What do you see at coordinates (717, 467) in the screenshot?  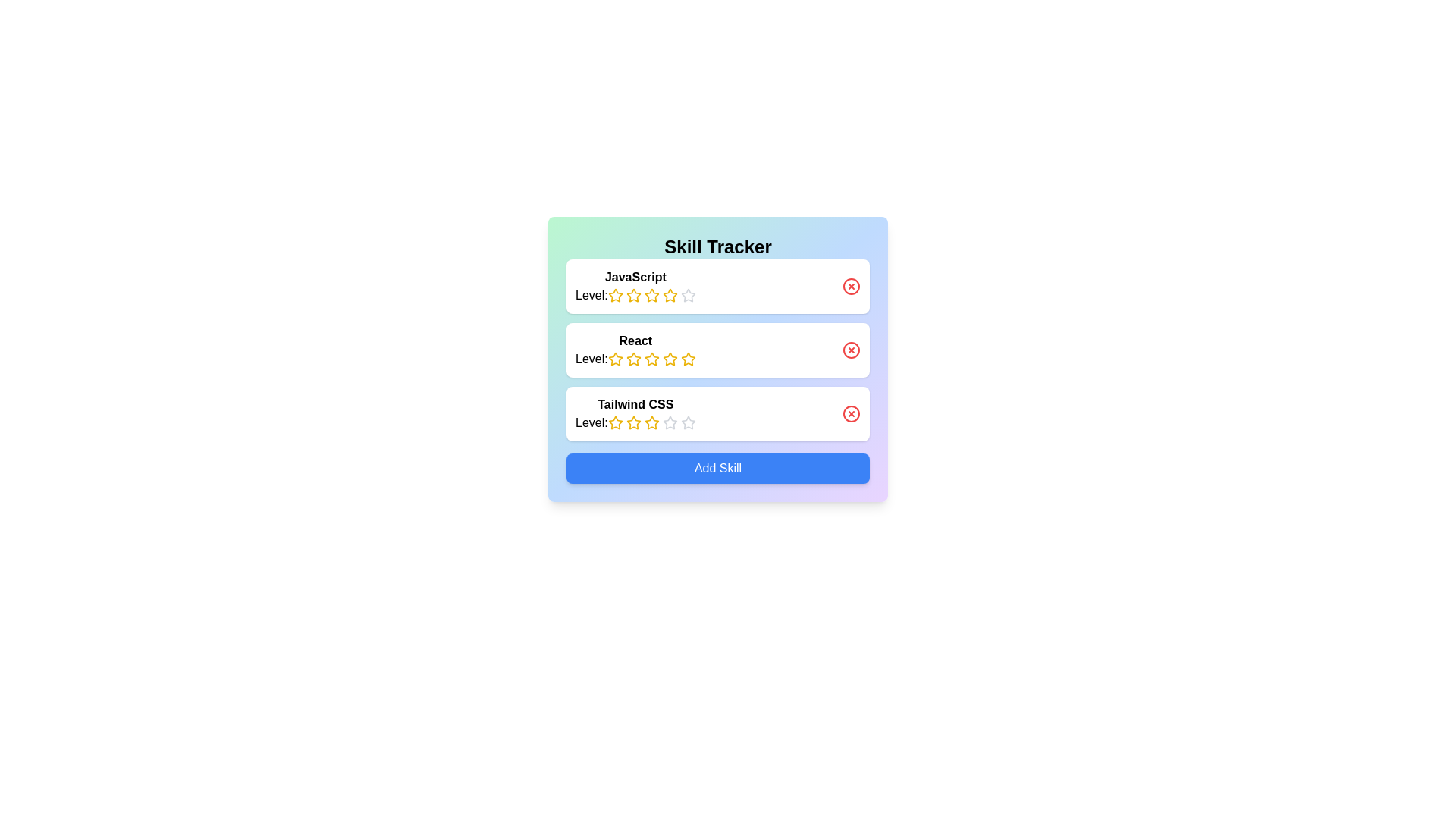 I see `'Add Skill' button to add a new skill entry` at bounding box center [717, 467].